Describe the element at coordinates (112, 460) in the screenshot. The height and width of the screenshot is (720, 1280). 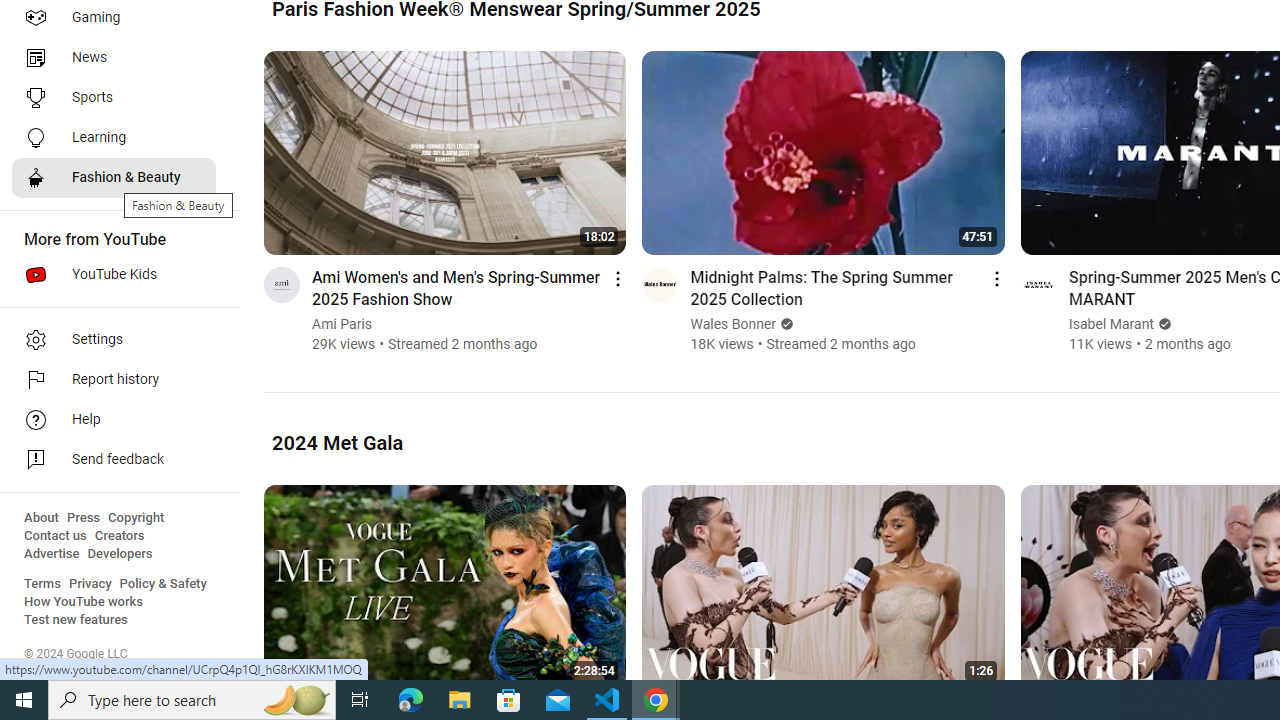
I see `'Send feedback'` at that location.